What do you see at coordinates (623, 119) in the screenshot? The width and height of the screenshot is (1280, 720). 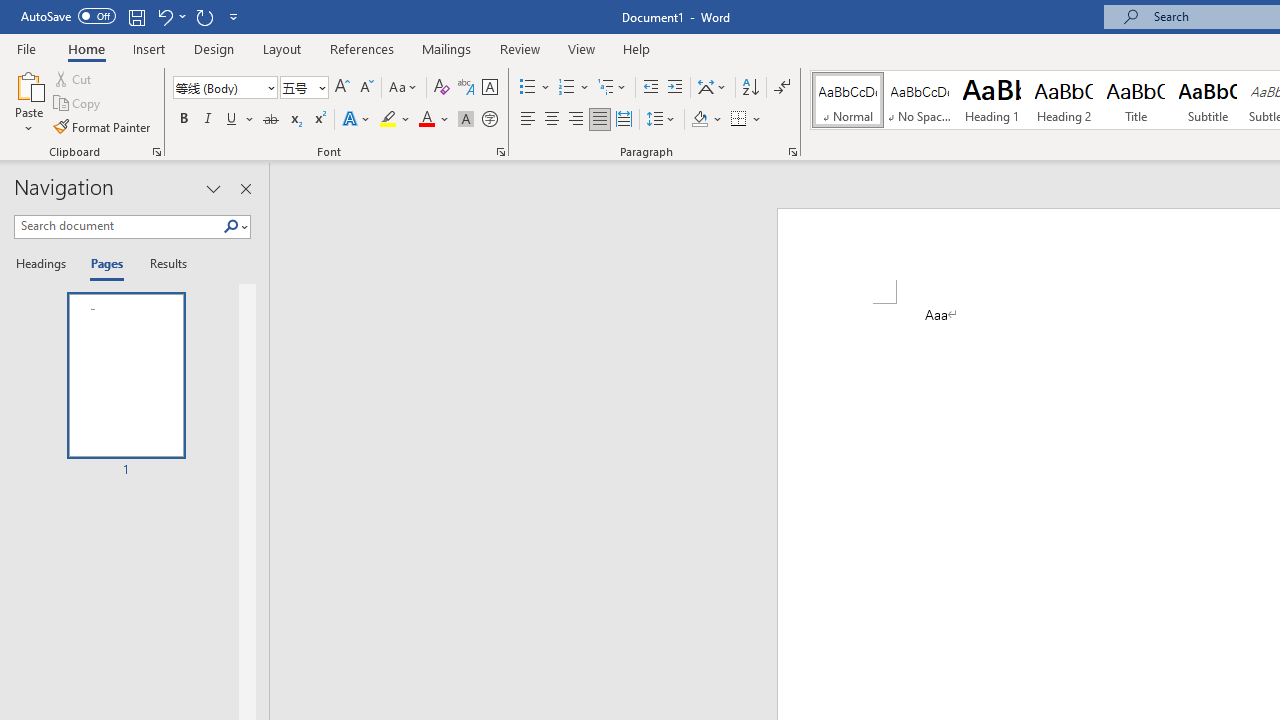 I see `'Distributed'` at bounding box center [623, 119].